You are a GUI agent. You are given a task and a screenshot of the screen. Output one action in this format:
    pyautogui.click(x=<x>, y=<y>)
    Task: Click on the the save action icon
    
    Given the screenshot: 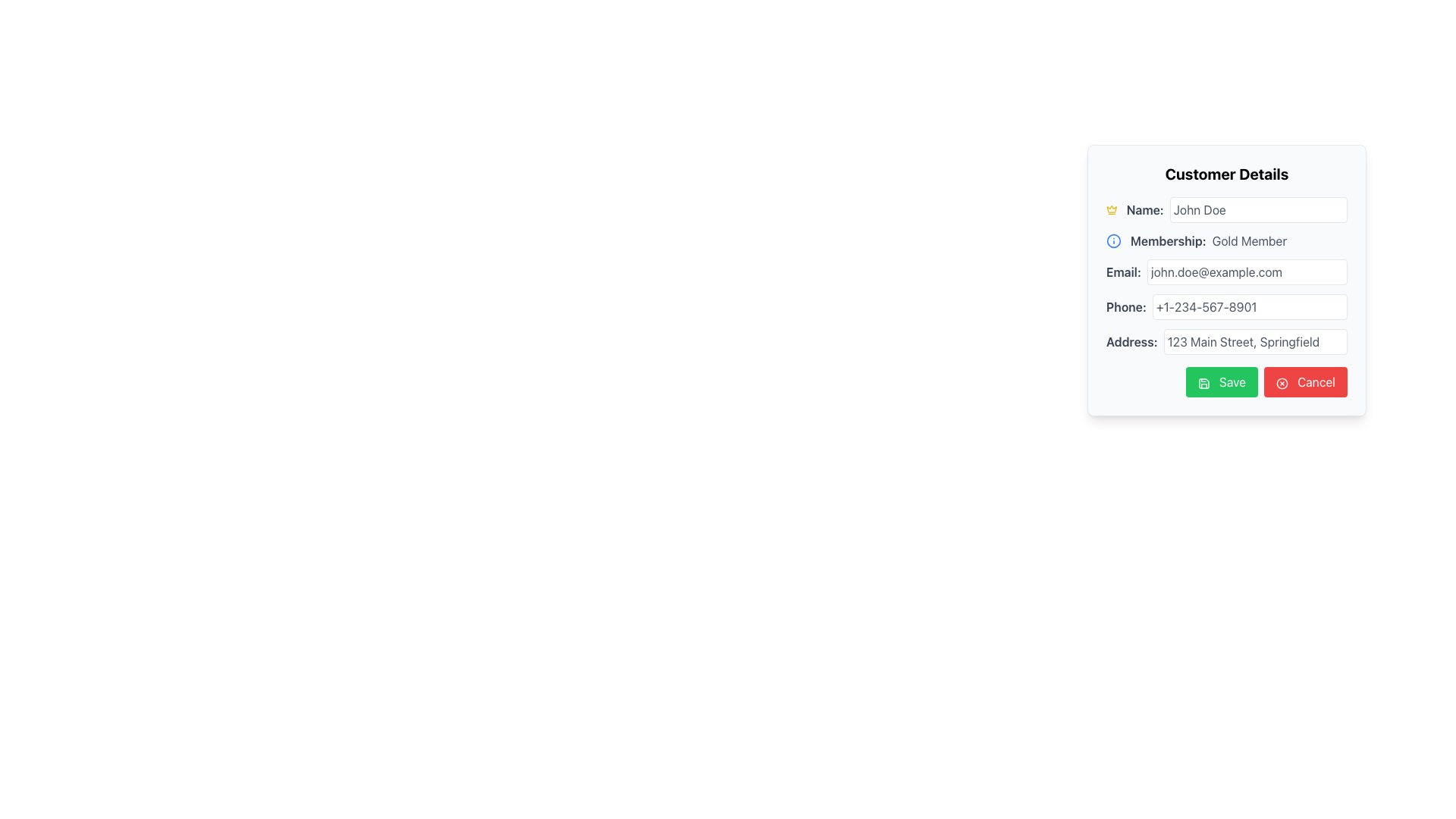 What is the action you would take?
    pyautogui.click(x=1203, y=382)
    